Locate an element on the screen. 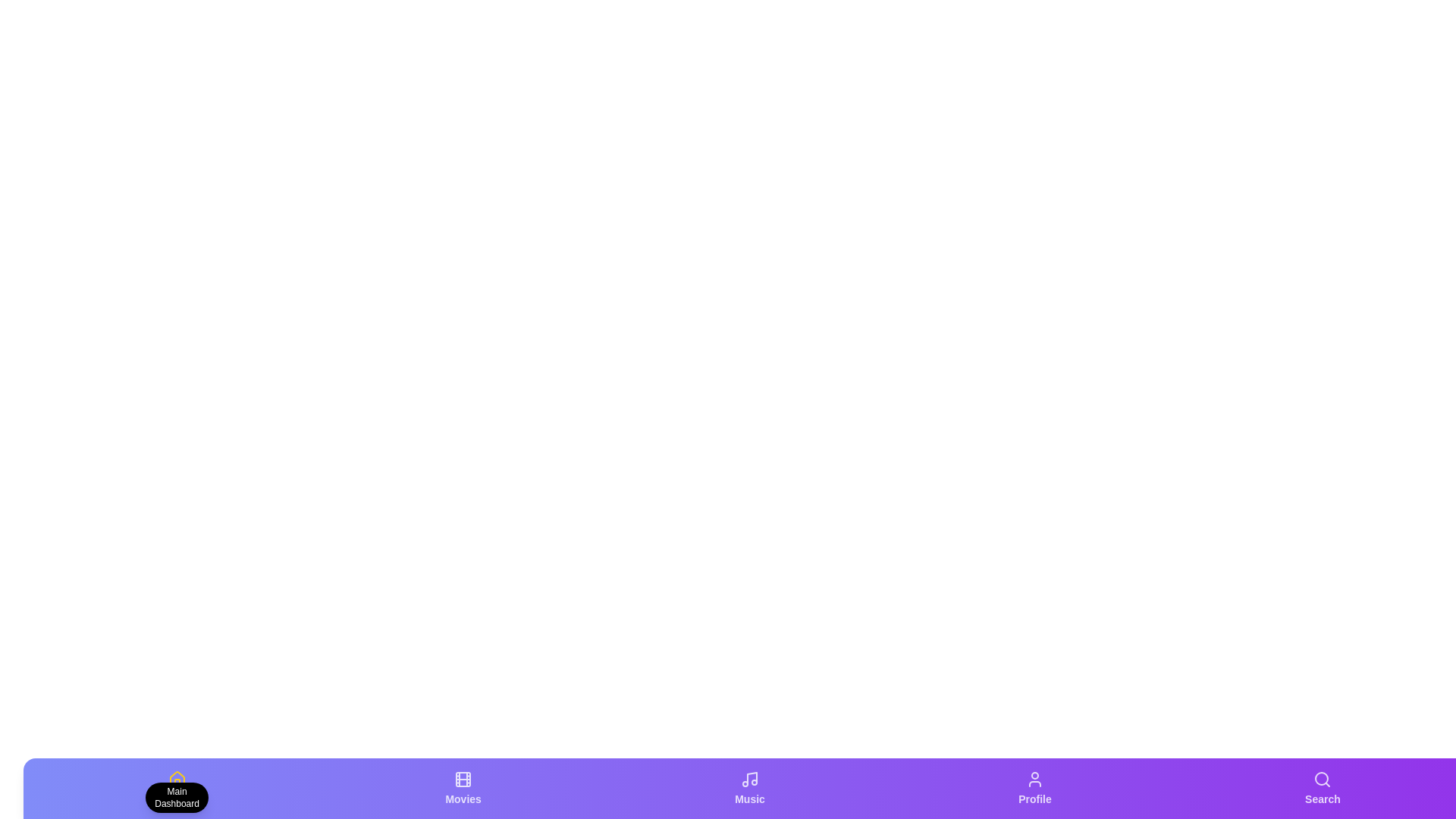 The width and height of the screenshot is (1456, 819). the tab labeled 'Movies' to view its description tooltip is located at coordinates (463, 788).